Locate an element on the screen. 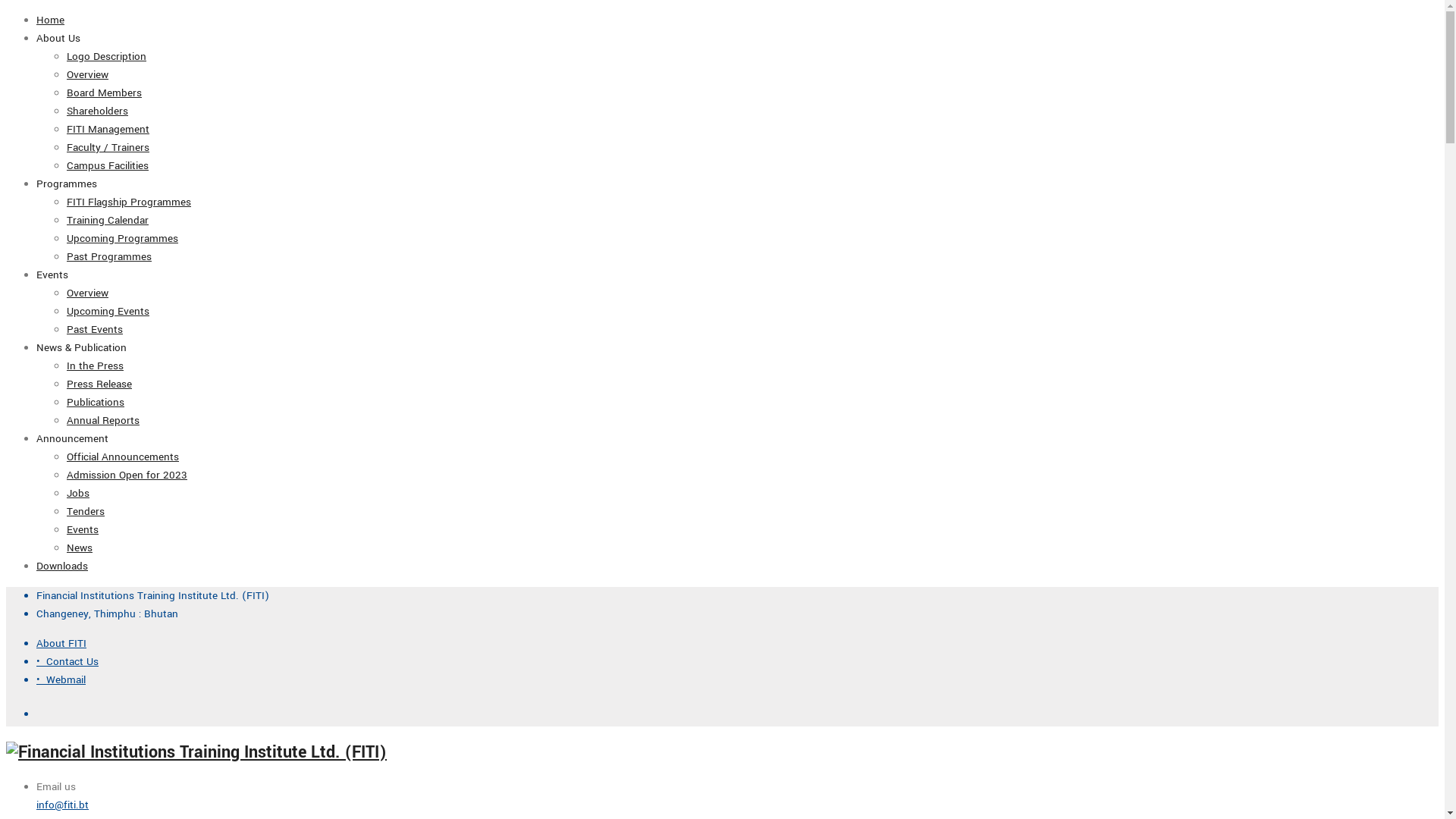 The image size is (1456, 819). 'Official Announcements' is located at coordinates (65, 456).